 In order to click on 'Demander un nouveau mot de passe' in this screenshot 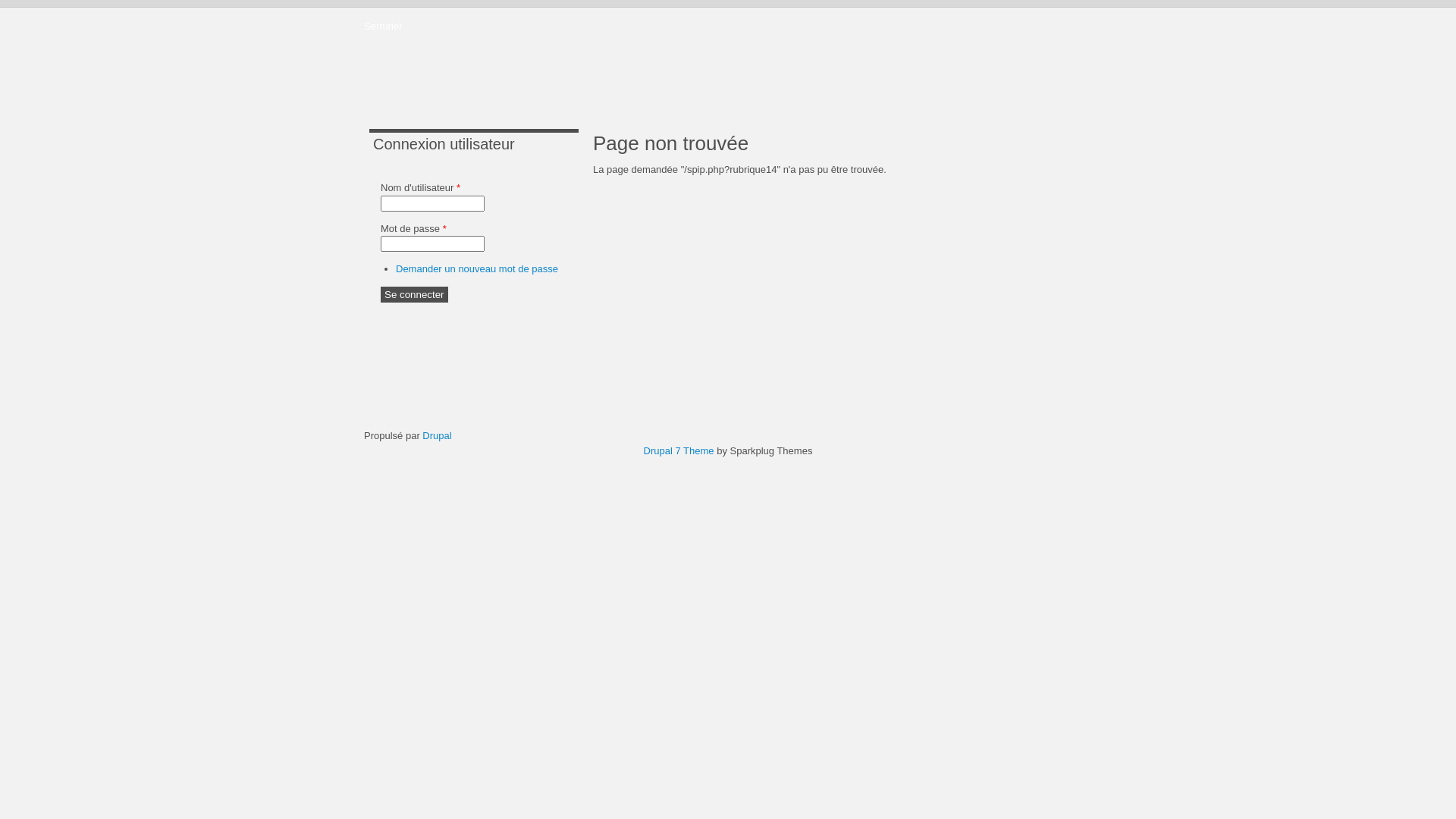, I will do `click(475, 268)`.